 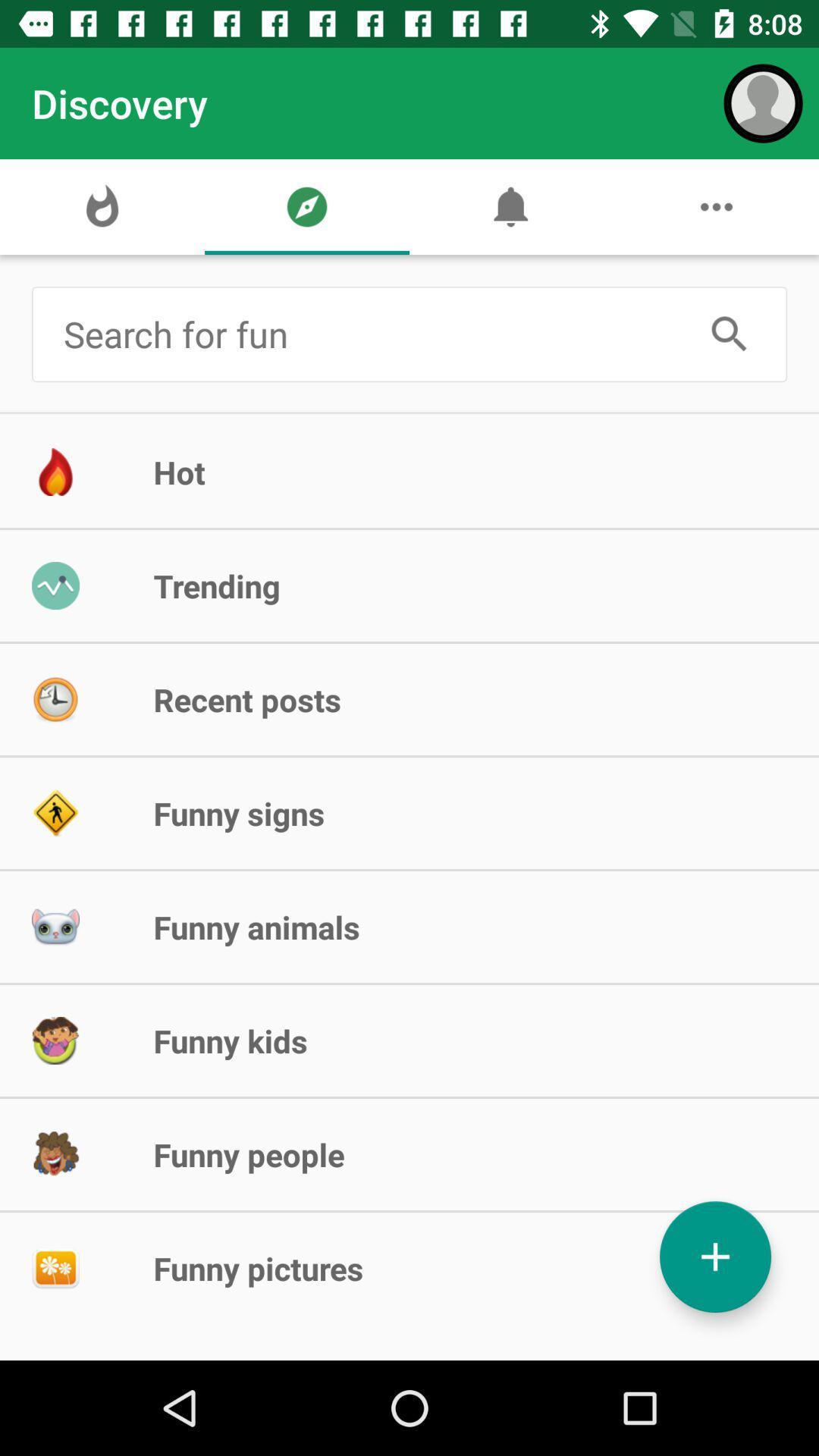 I want to click on to search, so click(x=729, y=334).